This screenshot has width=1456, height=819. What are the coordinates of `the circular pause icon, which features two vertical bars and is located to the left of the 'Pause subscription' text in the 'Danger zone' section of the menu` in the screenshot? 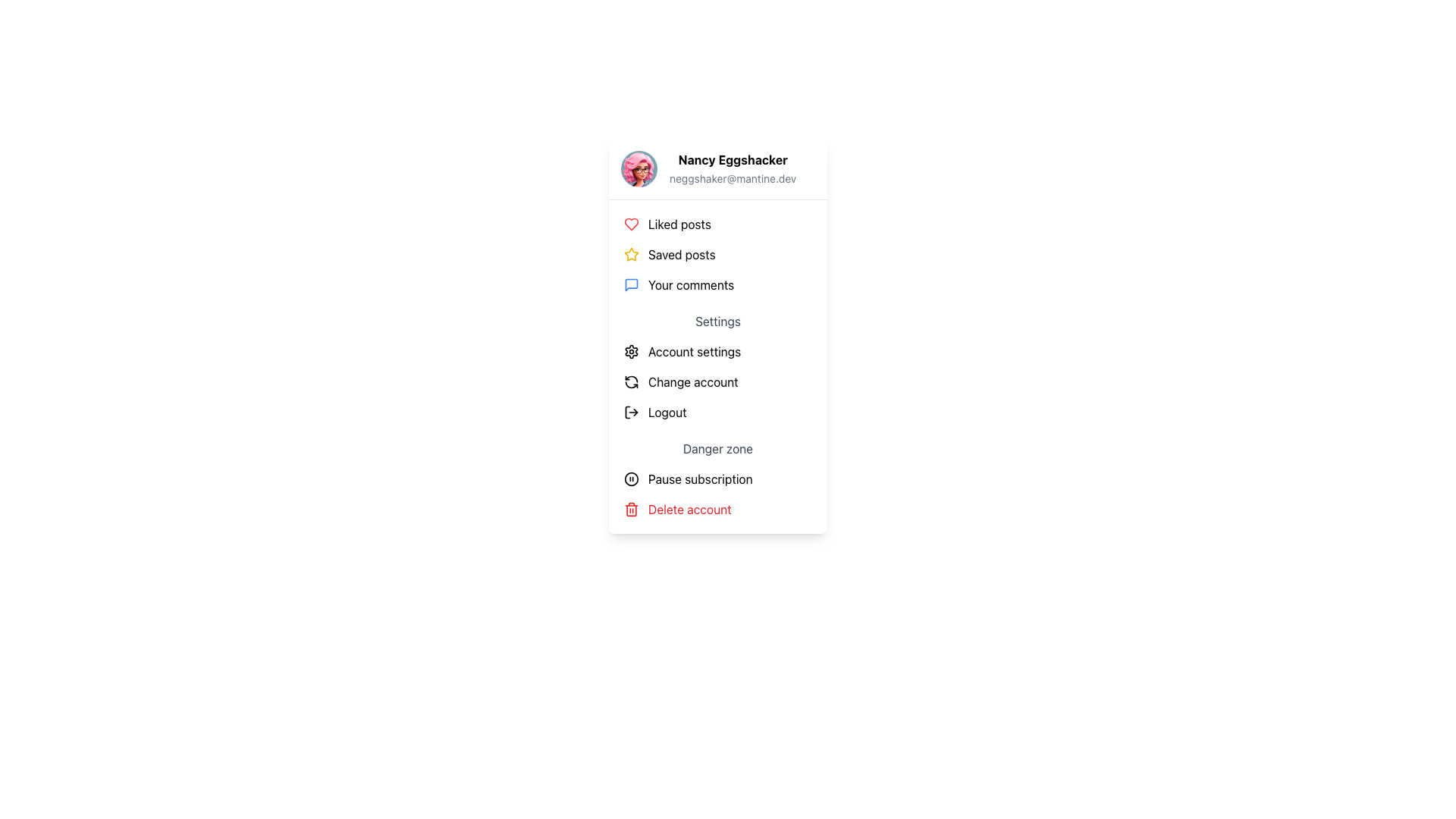 It's located at (632, 479).